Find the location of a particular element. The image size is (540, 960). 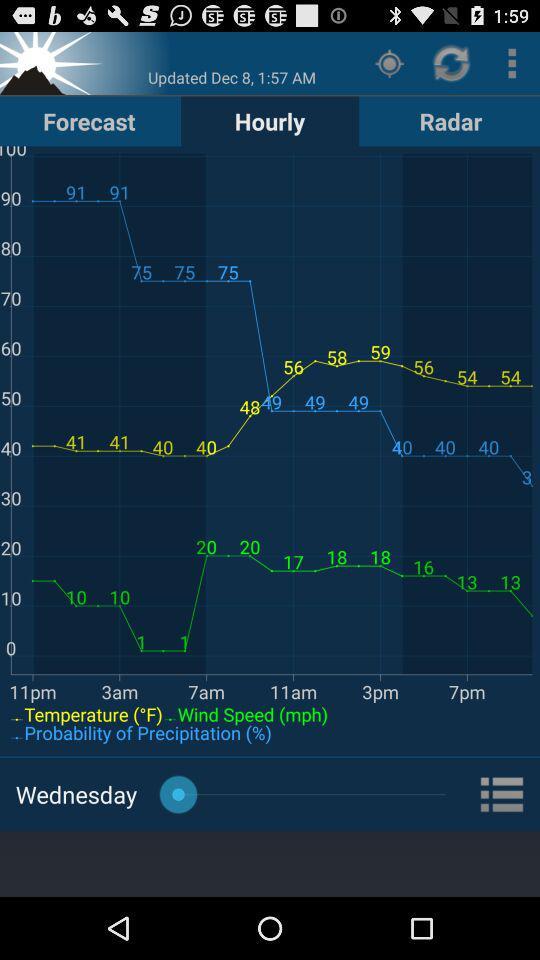

forecast is located at coordinates (88, 120).